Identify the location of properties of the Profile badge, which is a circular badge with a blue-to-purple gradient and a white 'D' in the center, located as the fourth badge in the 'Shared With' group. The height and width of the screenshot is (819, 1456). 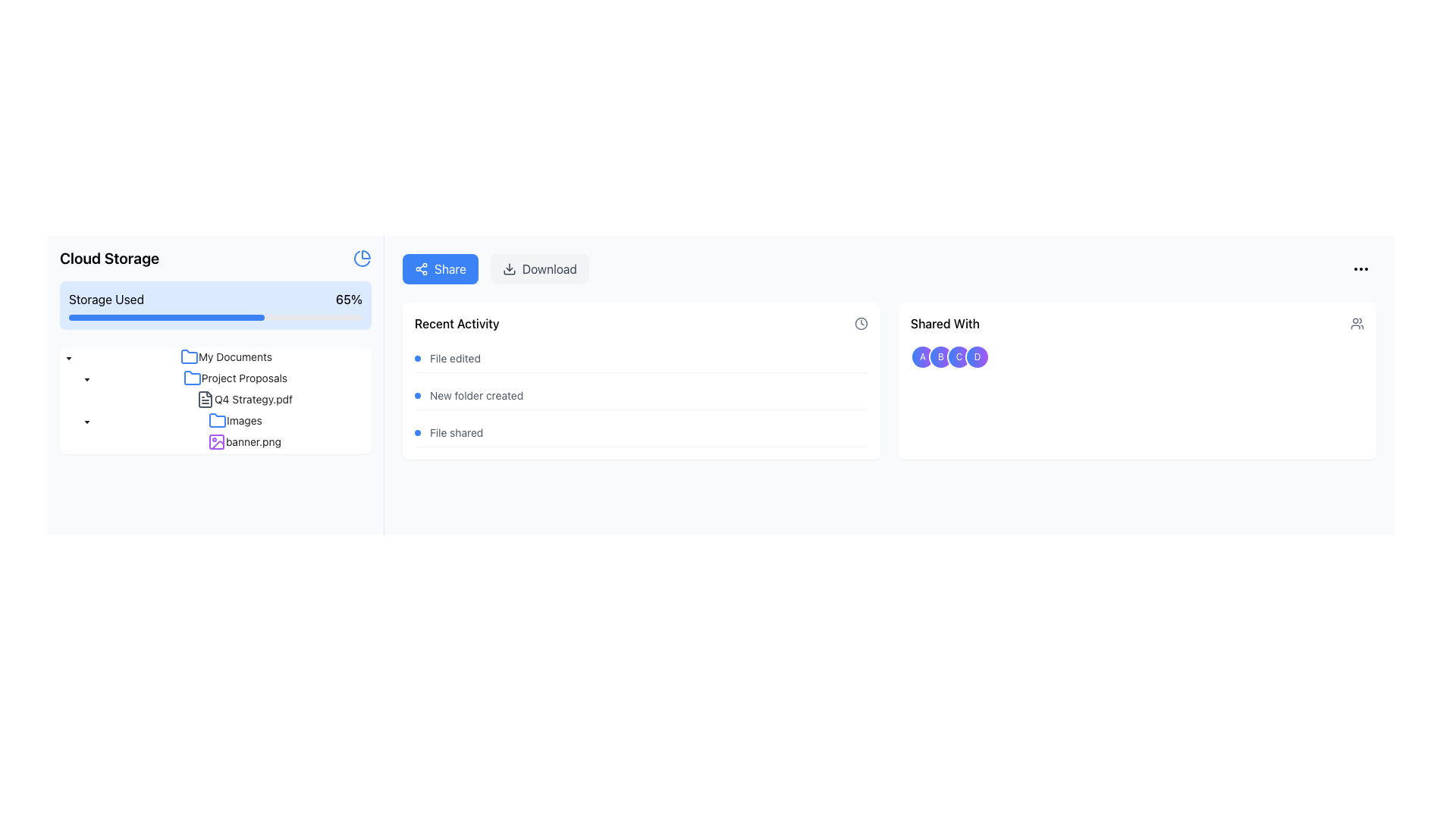
(977, 356).